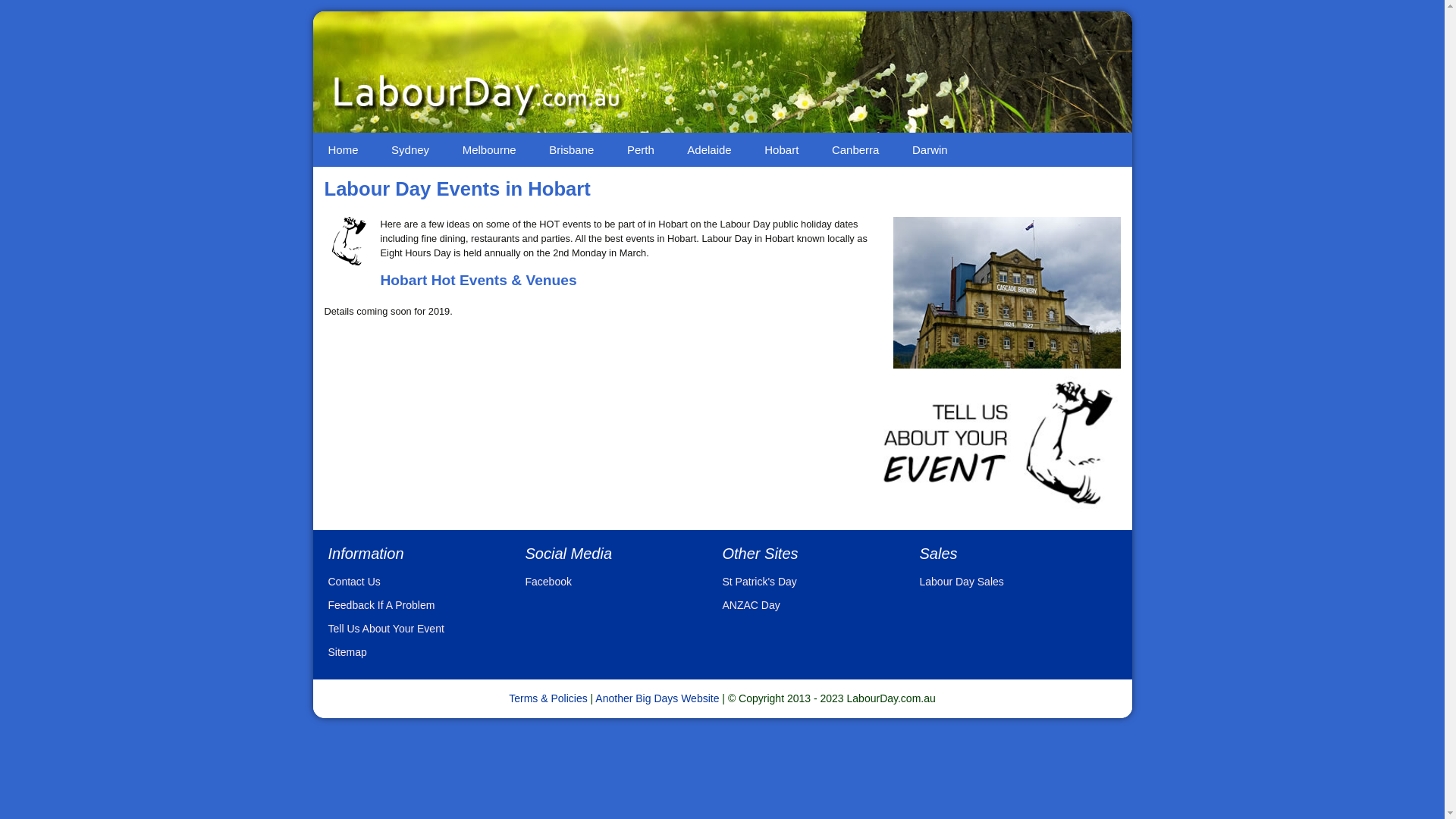 This screenshot has height=819, width=1456. Describe the element at coordinates (929, 149) in the screenshot. I see `'Darwin'` at that location.